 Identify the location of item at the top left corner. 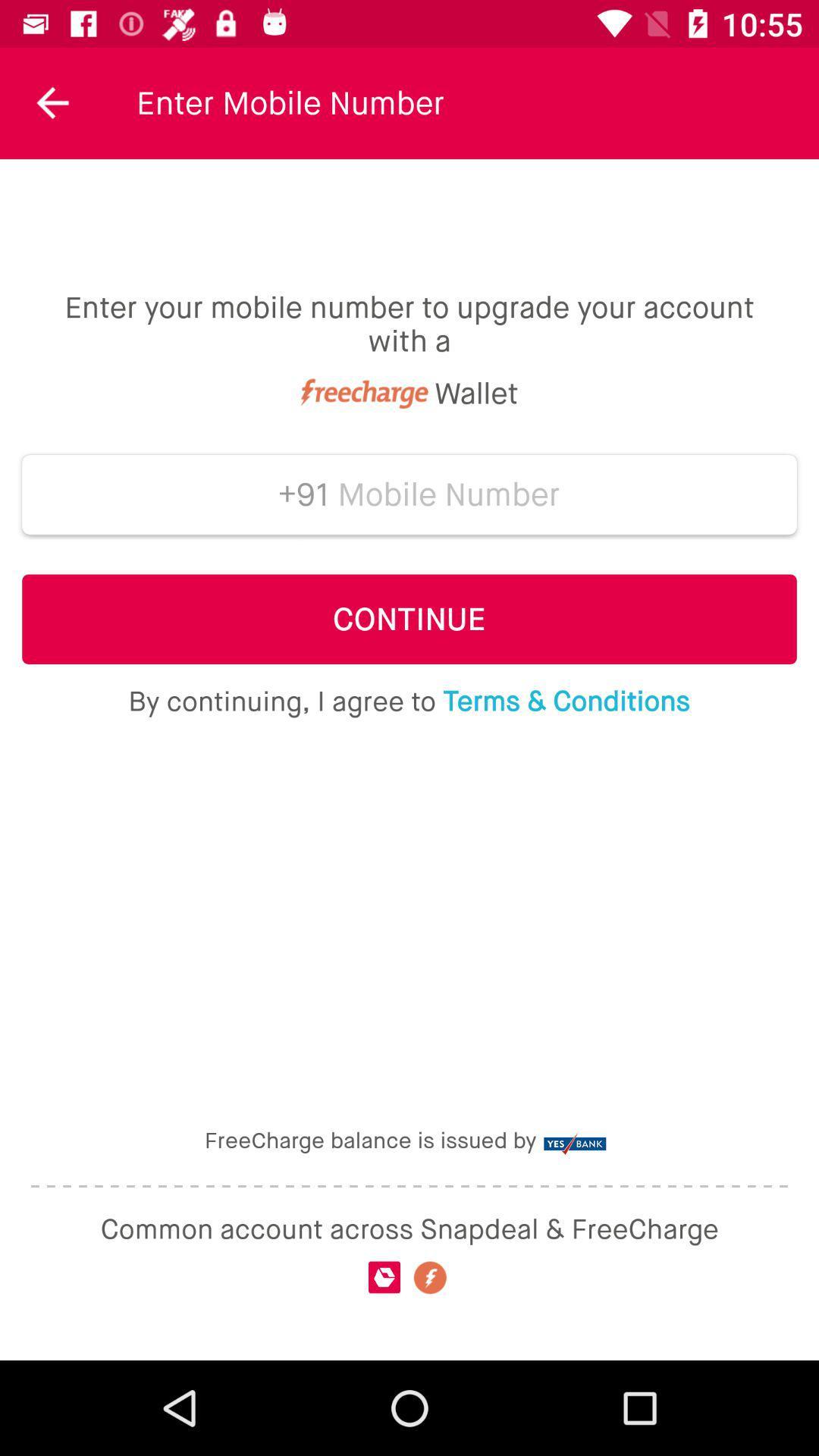
(52, 102).